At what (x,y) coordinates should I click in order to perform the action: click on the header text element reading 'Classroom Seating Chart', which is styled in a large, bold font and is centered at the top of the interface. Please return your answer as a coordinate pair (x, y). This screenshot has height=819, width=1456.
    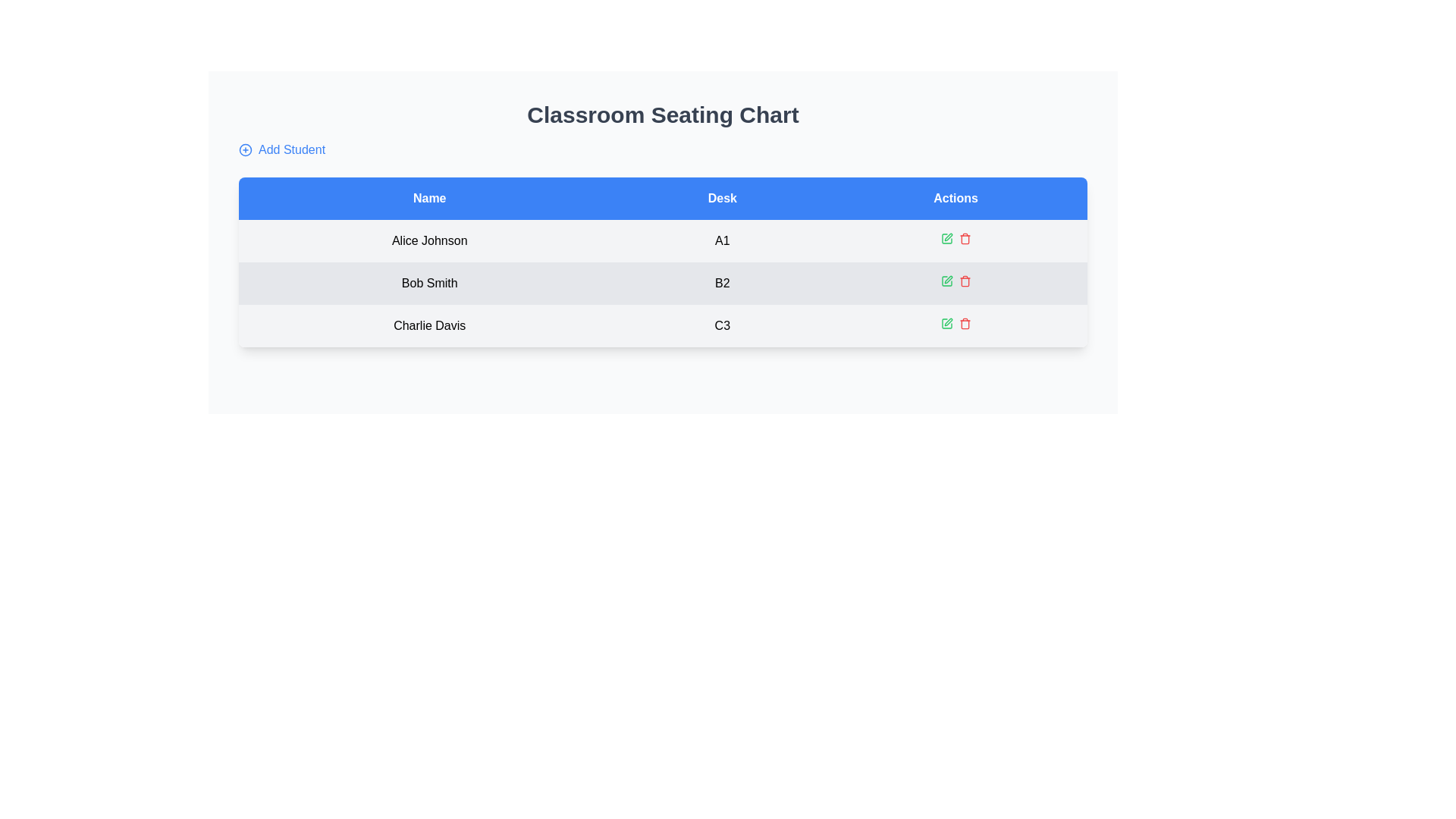
    Looking at the image, I should click on (663, 130).